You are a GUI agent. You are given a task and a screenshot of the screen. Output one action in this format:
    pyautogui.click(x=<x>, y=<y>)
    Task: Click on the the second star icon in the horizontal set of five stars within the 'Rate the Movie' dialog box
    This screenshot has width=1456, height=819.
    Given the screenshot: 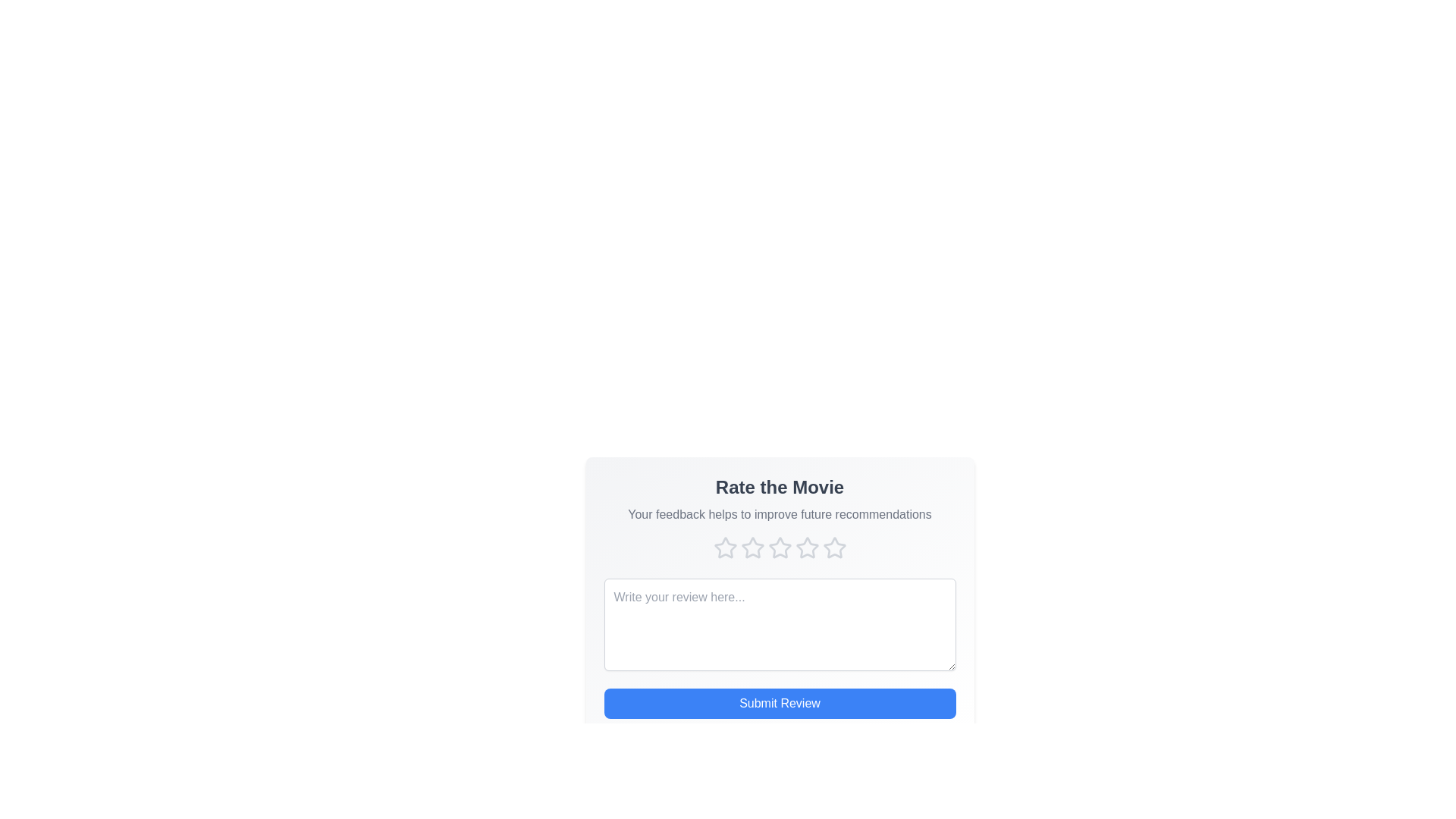 What is the action you would take?
    pyautogui.click(x=752, y=548)
    